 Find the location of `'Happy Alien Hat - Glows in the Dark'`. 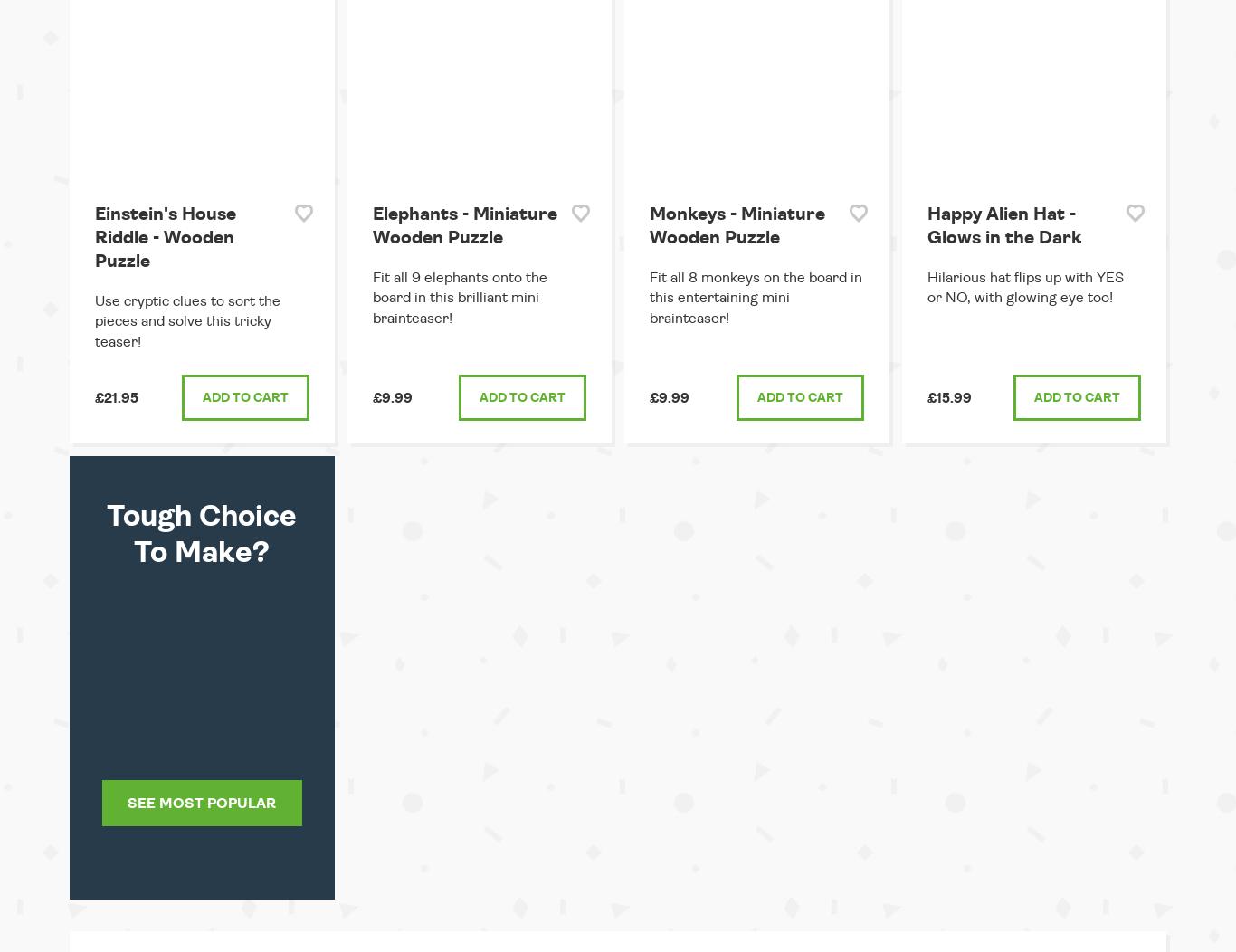

'Happy Alien Hat - Glows in the Dark' is located at coordinates (1003, 224).